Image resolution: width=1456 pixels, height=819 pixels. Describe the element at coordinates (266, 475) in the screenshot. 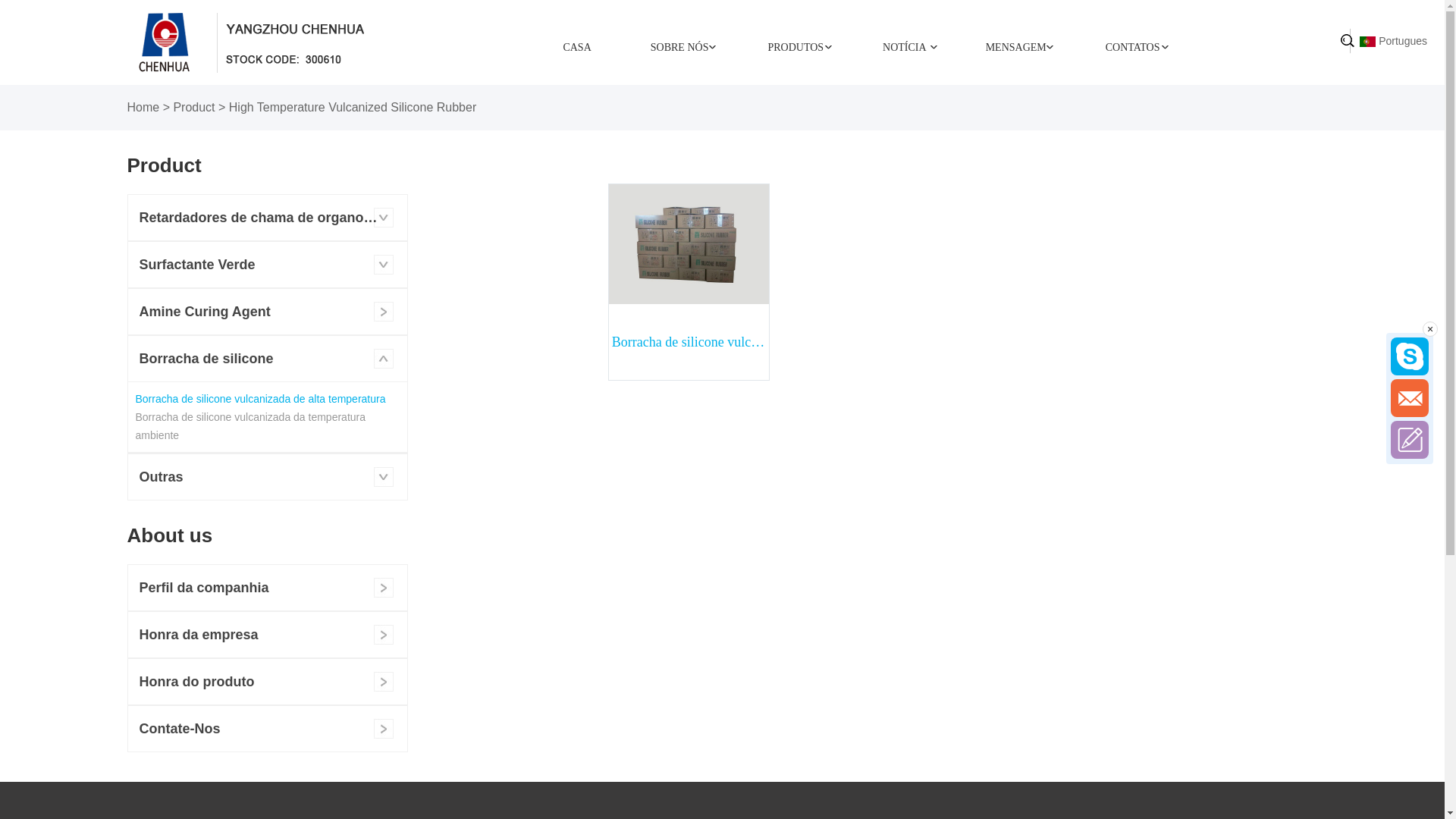

I see `'Outras'` at that location.